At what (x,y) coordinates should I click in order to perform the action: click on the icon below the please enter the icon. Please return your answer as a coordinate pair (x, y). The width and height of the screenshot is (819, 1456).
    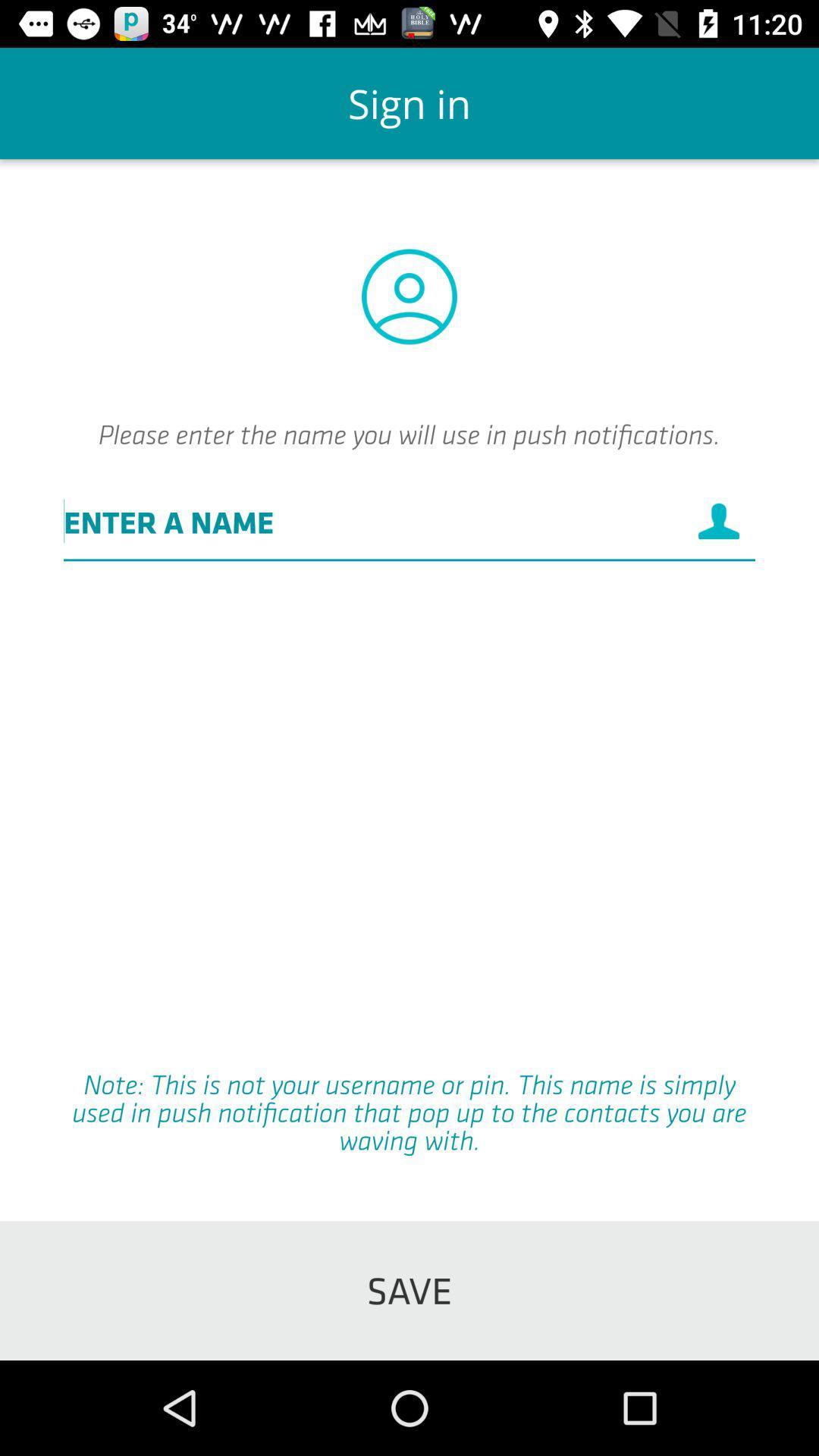
    Looking at the image, I should click on (409, 521).